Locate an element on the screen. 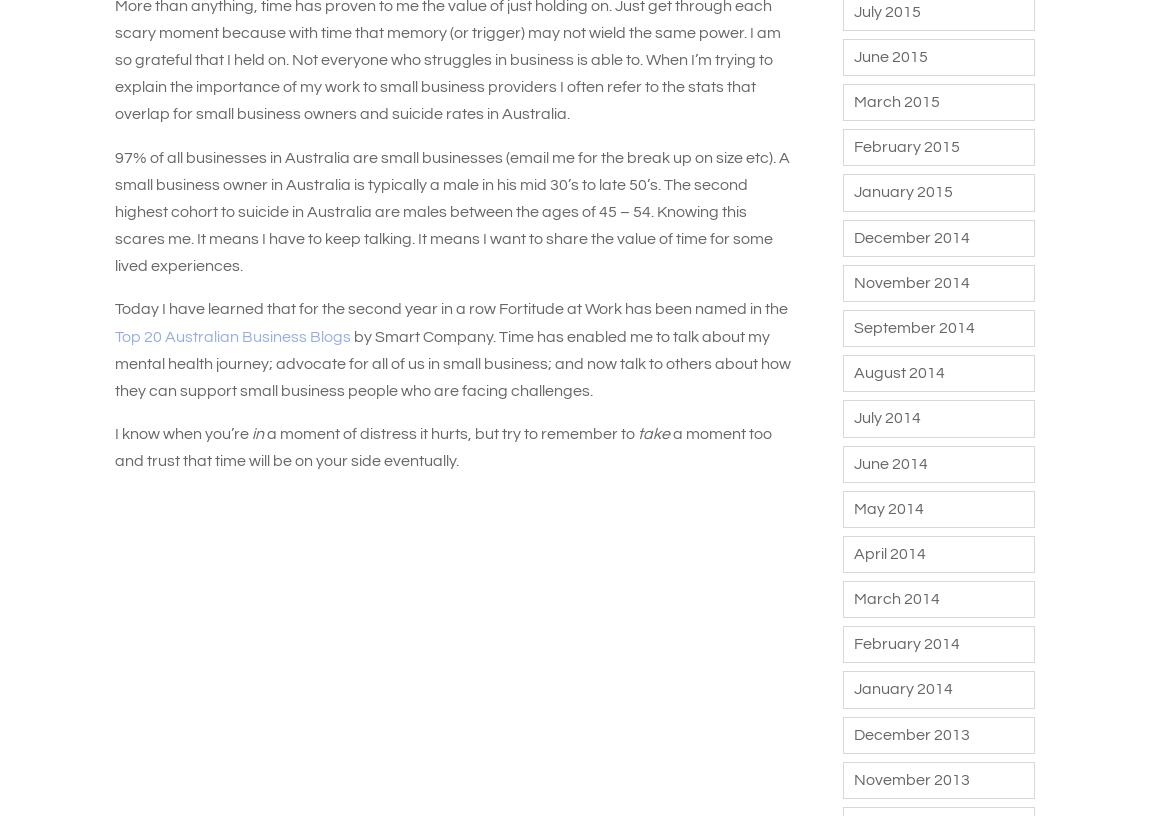  'January 2015' is located at coordinates (902, 192).